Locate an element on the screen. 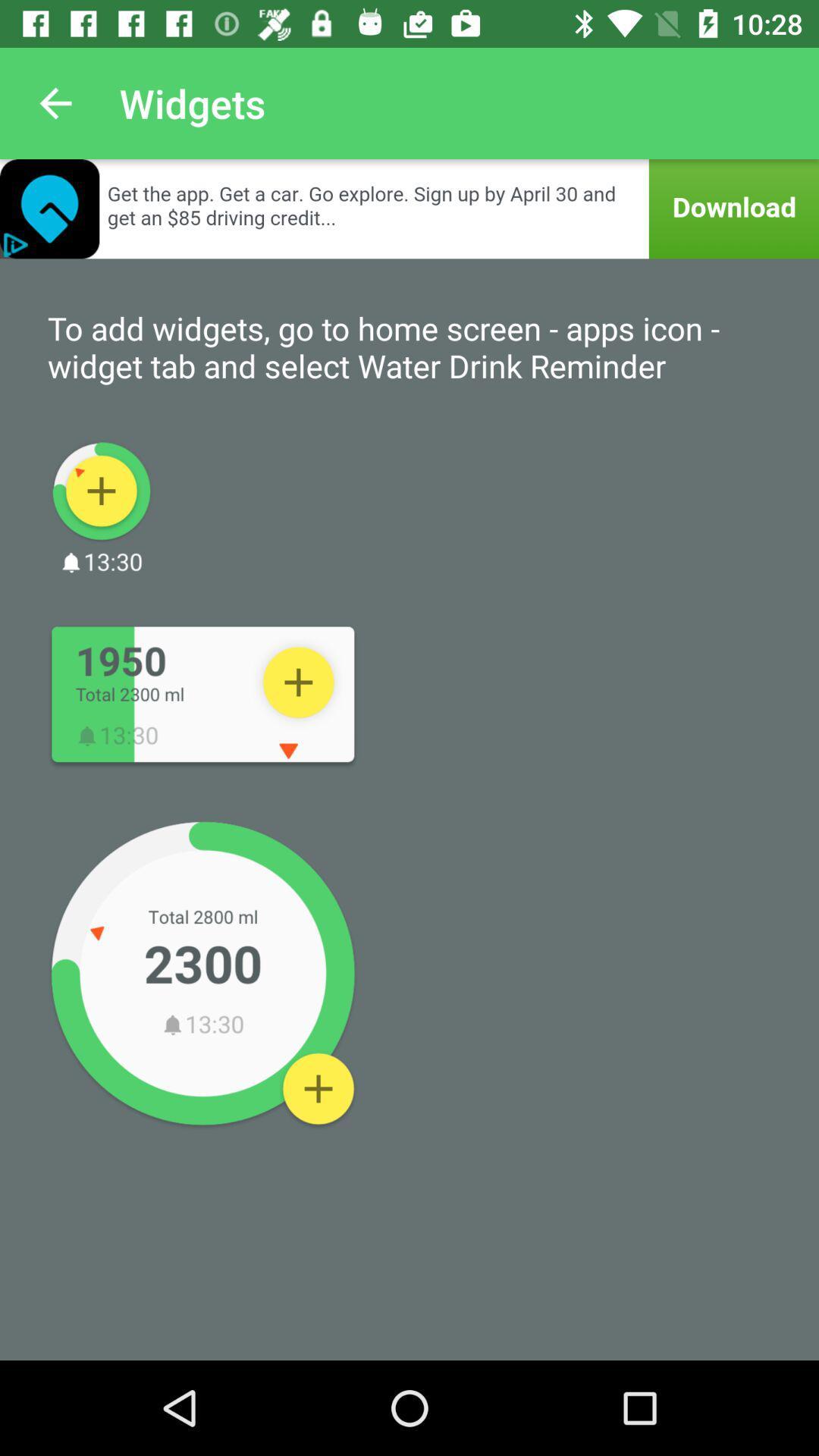 This screenshot has width=819, height=1456. the item above the to add widgets item is located at coordinates (409, 208).